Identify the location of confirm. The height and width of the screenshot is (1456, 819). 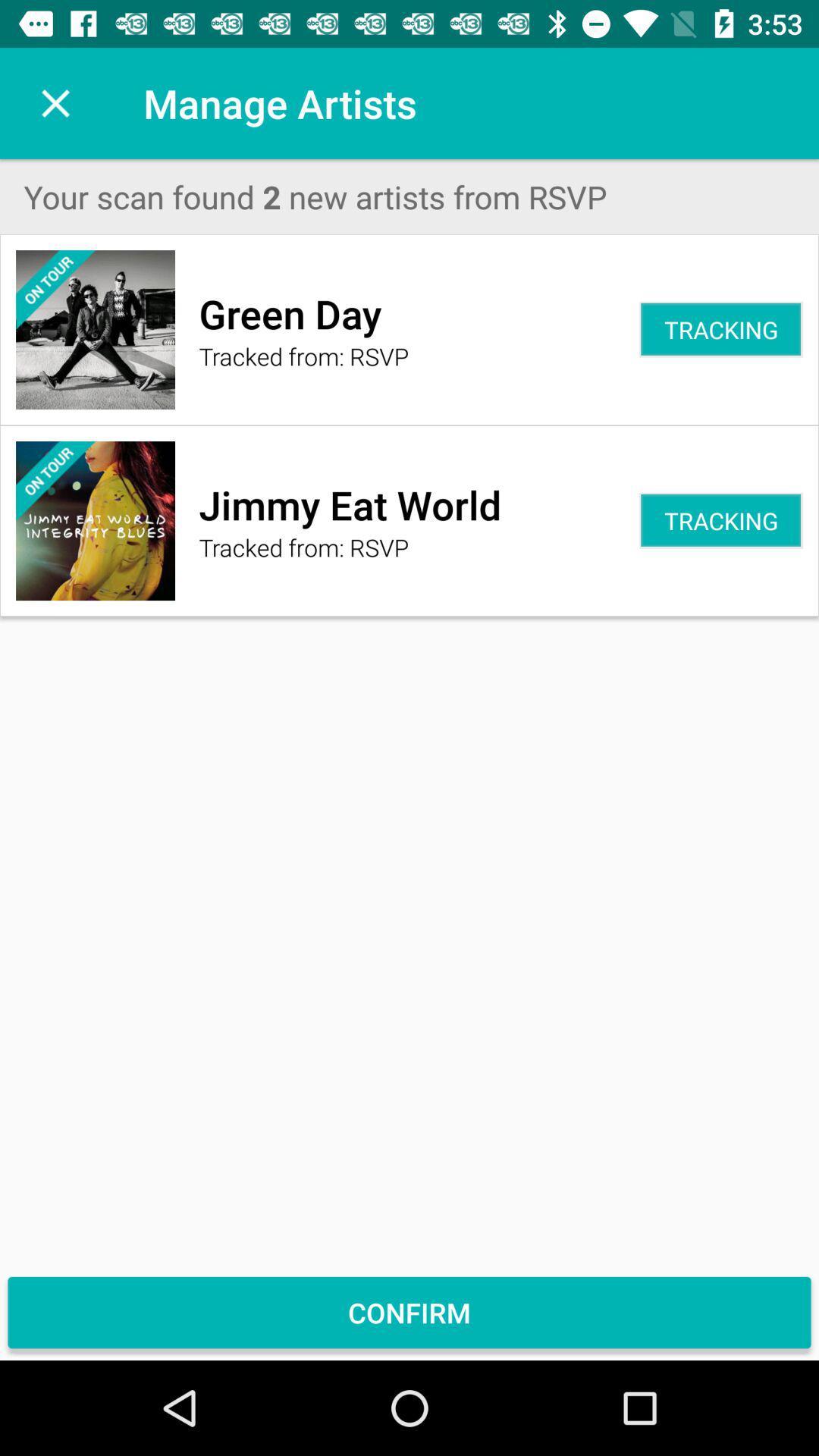
(409, 1312).